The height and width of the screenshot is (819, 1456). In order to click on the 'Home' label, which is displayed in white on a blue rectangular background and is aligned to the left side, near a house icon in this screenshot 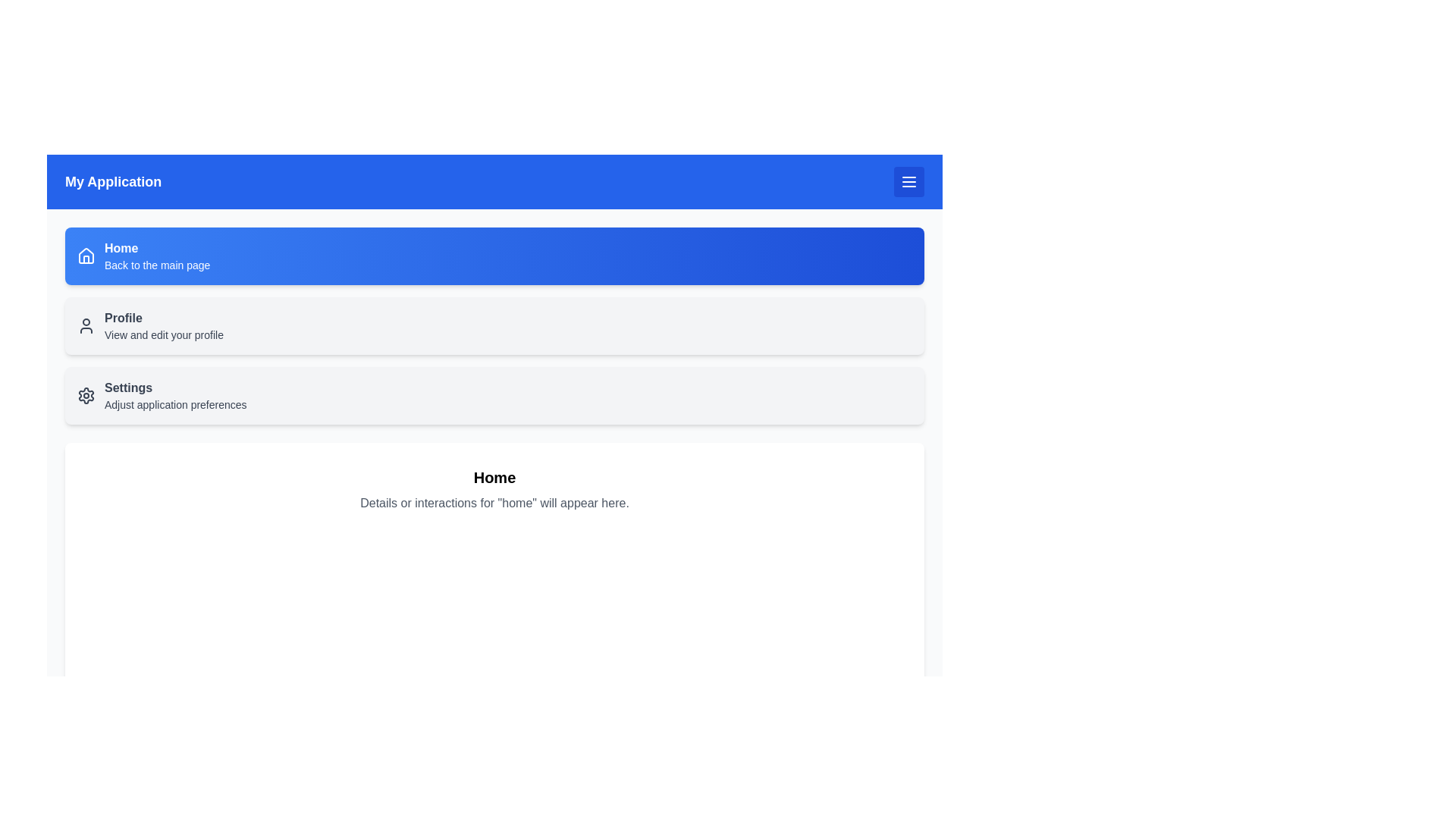, I will do `click(121, 247)`.